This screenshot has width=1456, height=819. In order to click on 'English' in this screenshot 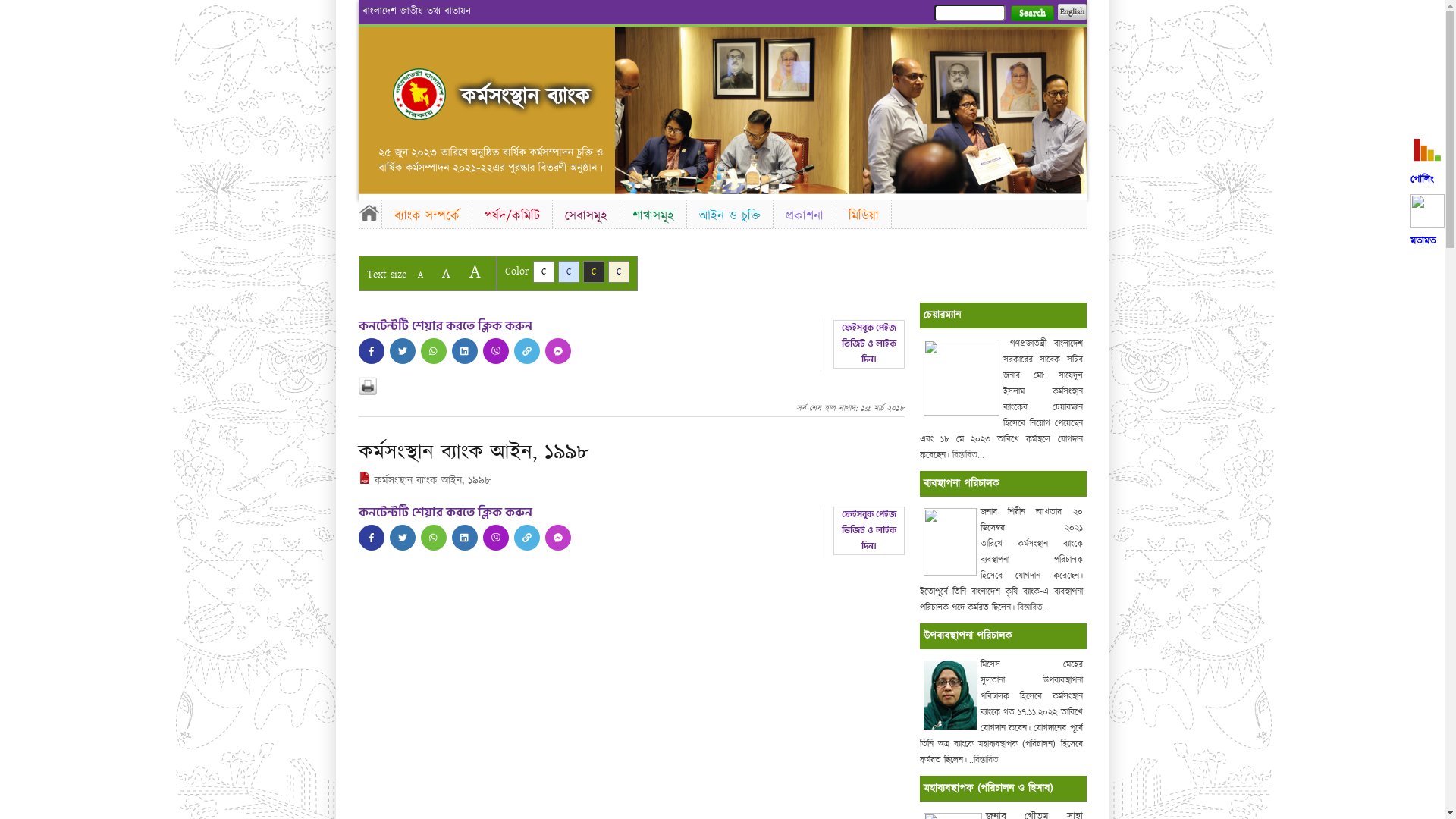, I will do `click(1070, 11)`.